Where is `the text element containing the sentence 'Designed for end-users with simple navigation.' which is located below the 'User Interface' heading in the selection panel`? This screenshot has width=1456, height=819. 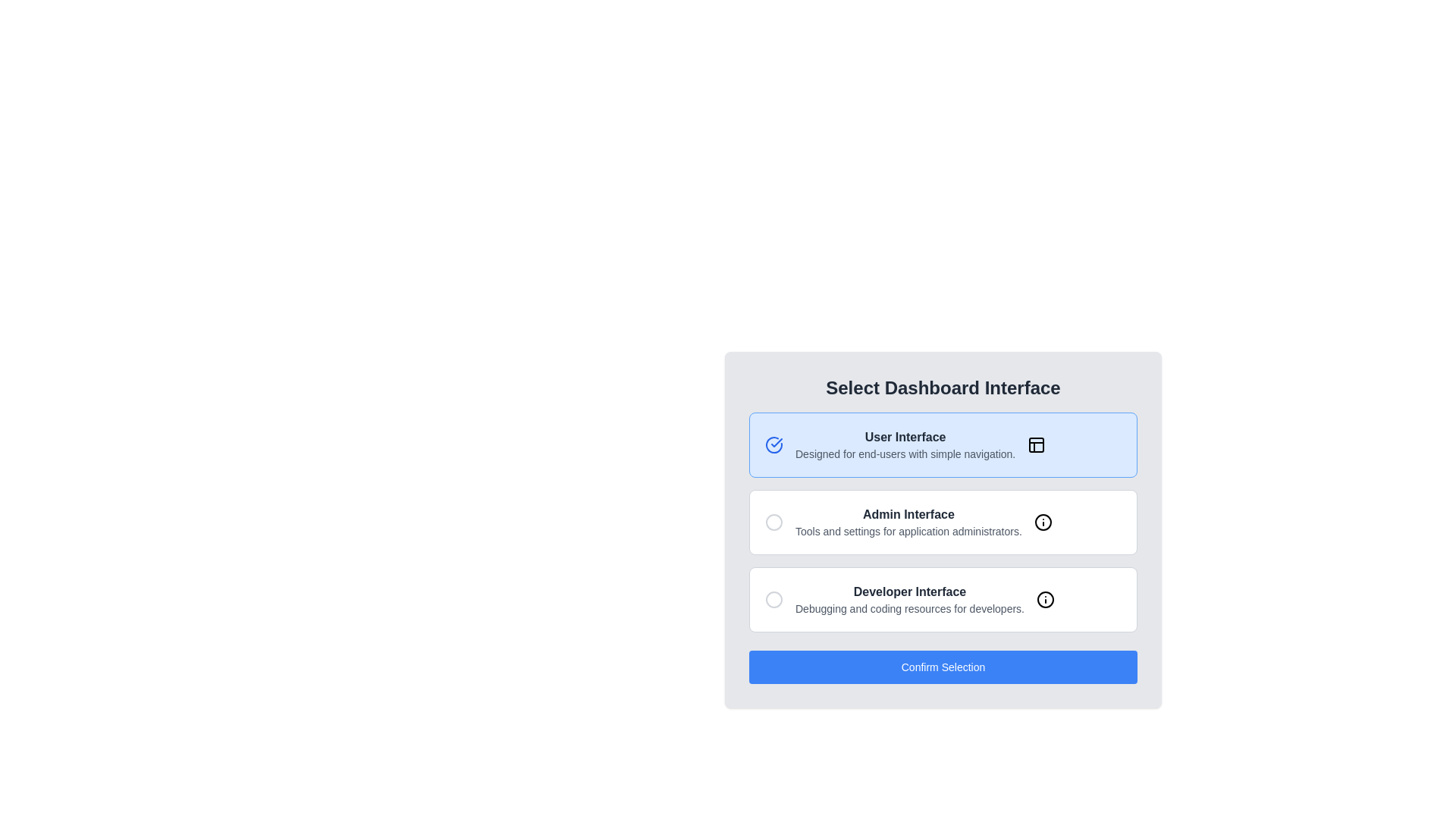
the text element containing the sentence 'Designed for end-users with simple navigation.' which is located below the 'User Interface' heading in the selection panel is located at coordinates (905, 453).